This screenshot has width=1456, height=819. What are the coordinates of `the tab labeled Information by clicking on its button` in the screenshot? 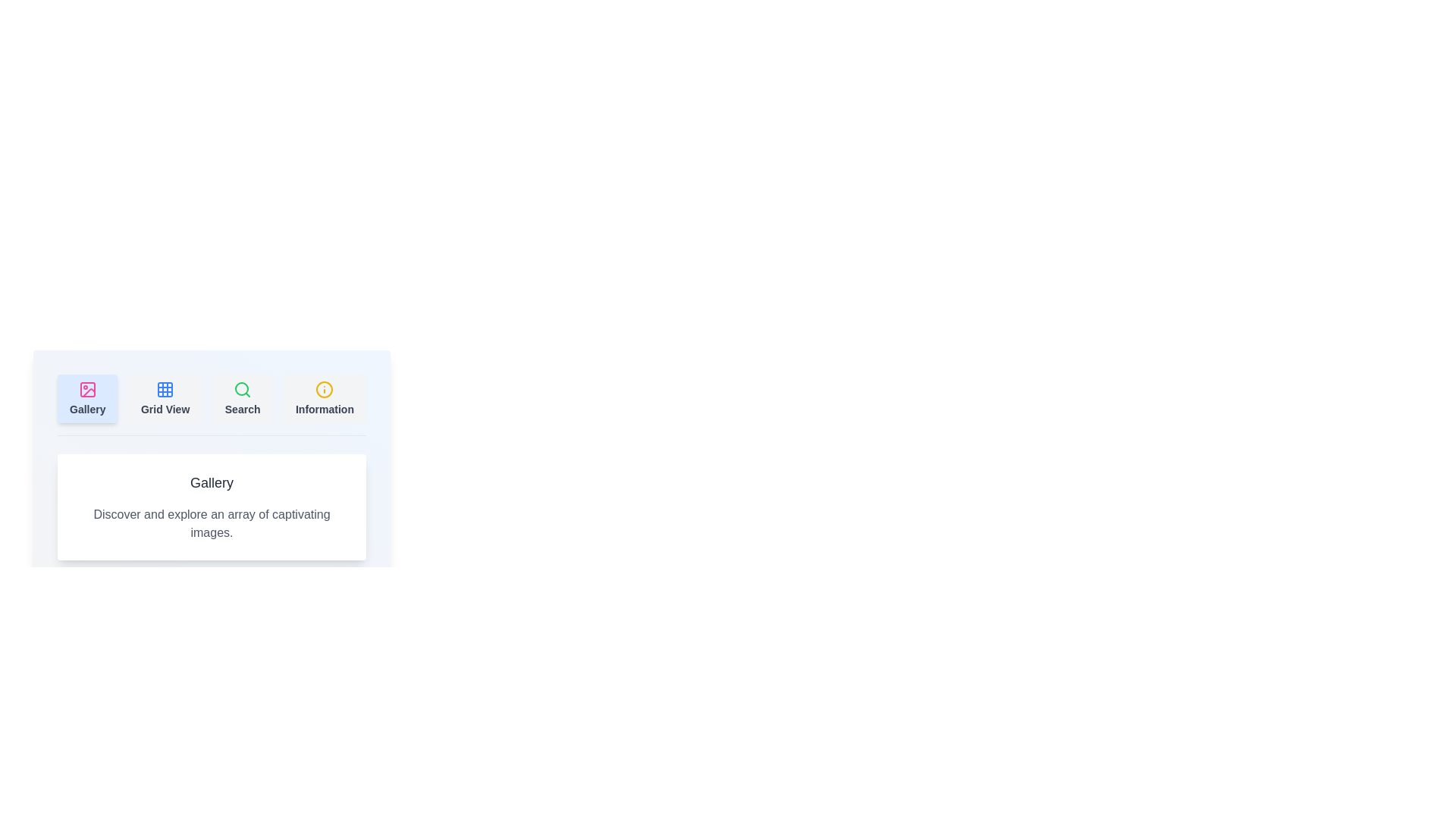 It's located at (324, 397).